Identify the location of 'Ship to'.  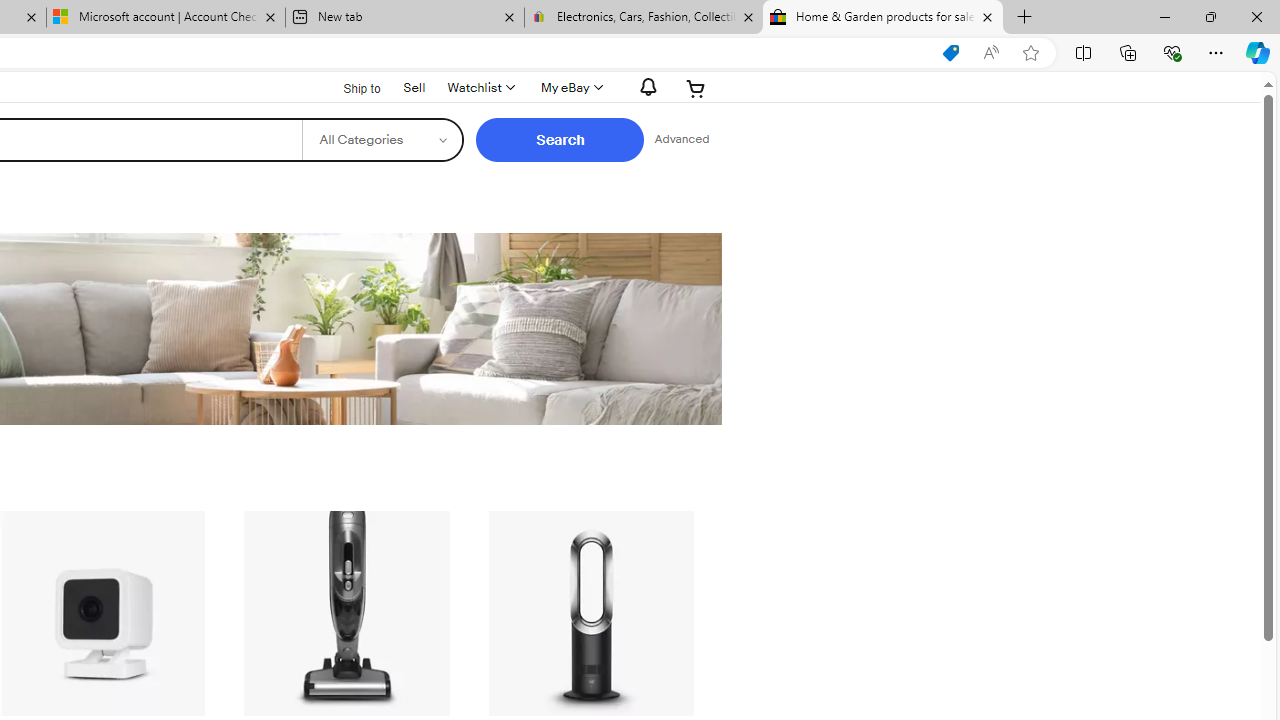
(349, 86).